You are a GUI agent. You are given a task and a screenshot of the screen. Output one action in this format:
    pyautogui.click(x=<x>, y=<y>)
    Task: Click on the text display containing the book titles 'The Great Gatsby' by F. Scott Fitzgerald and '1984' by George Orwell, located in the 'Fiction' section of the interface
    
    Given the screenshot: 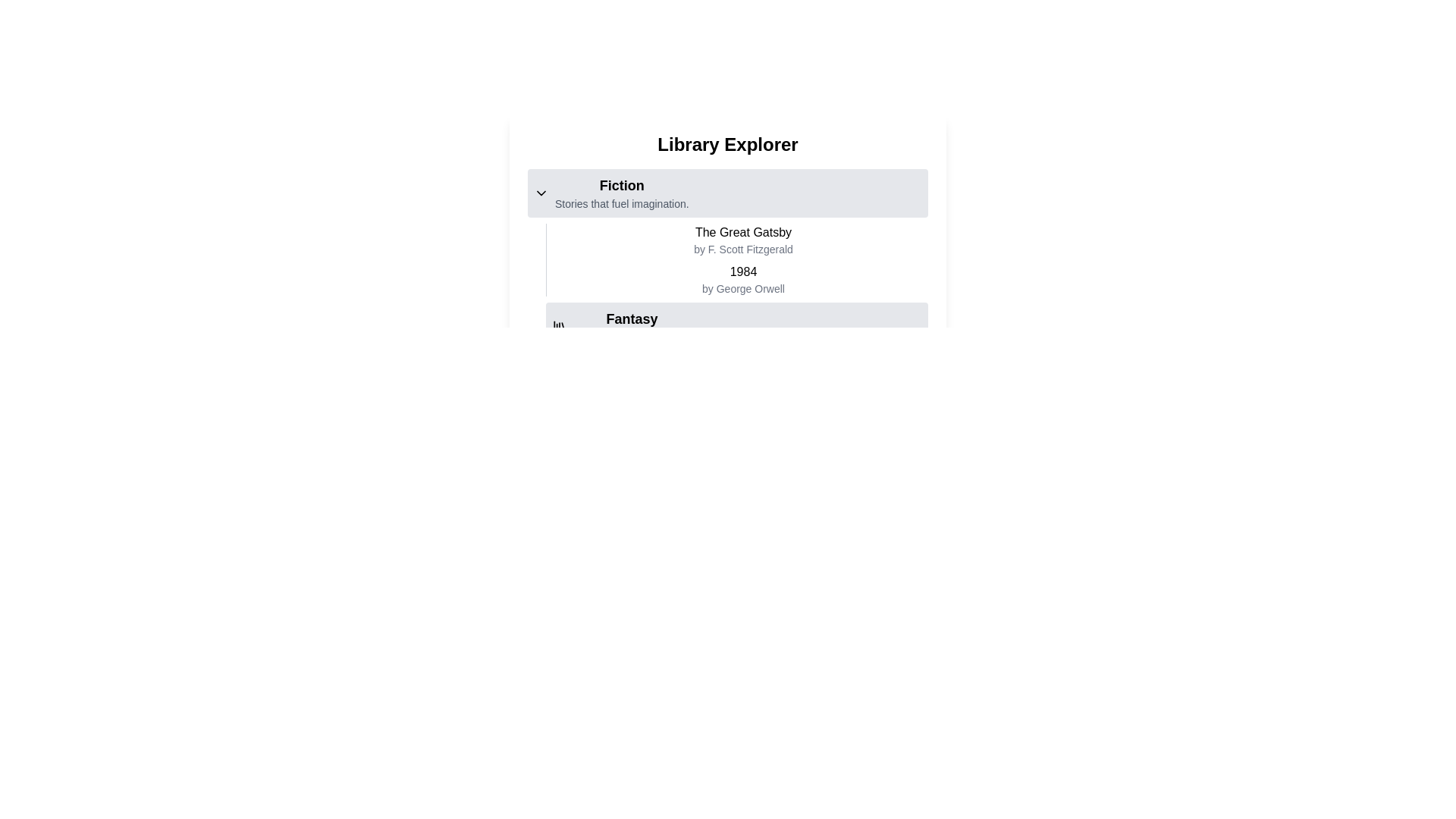 What is the action you would take?
    pyautogui.click(x=736, y=287)
    